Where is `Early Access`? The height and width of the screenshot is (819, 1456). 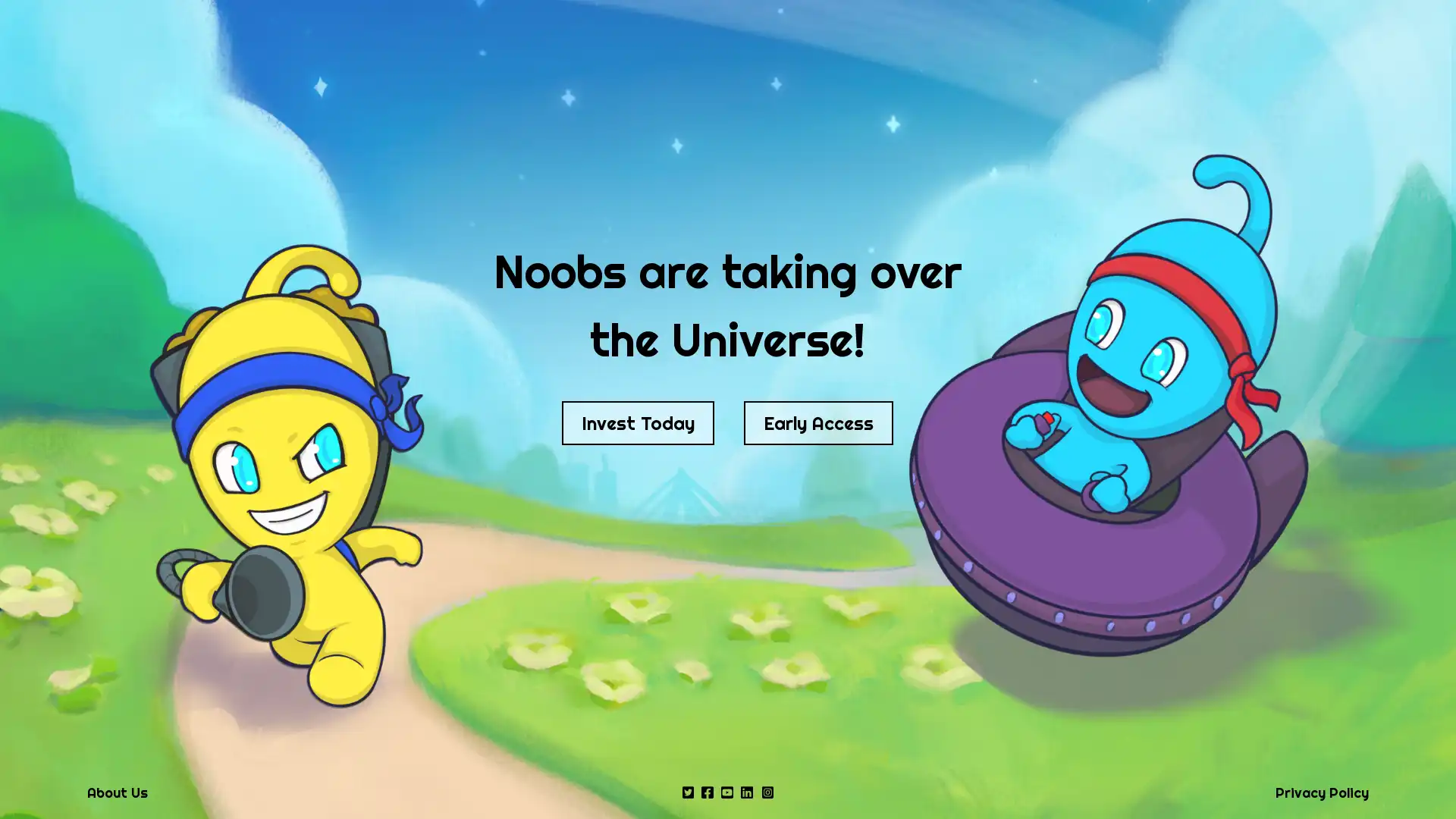
Early Access is located at coordinates (817, 423).